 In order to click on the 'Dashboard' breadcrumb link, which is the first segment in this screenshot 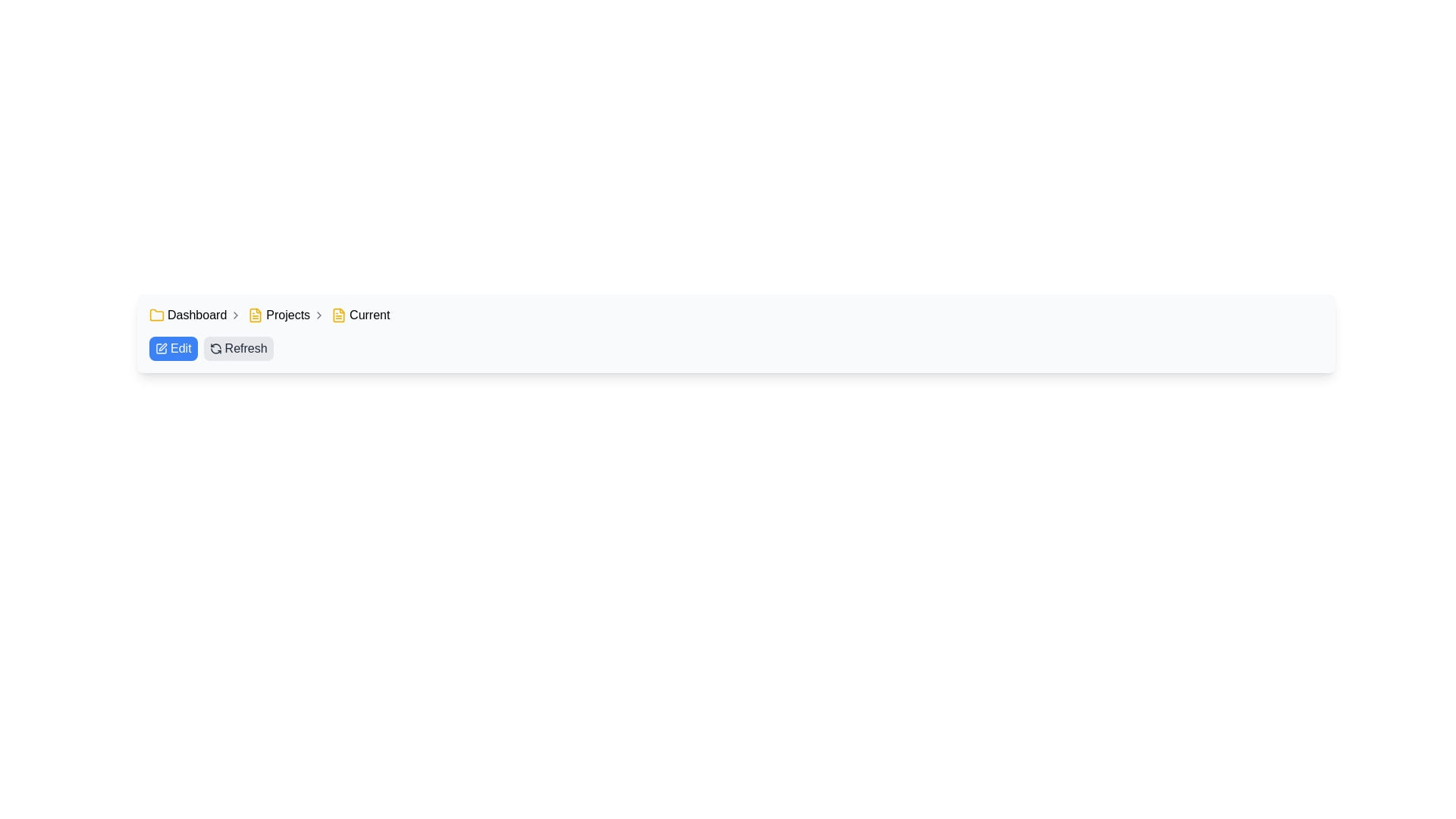, I will do `click(195, 315)`.